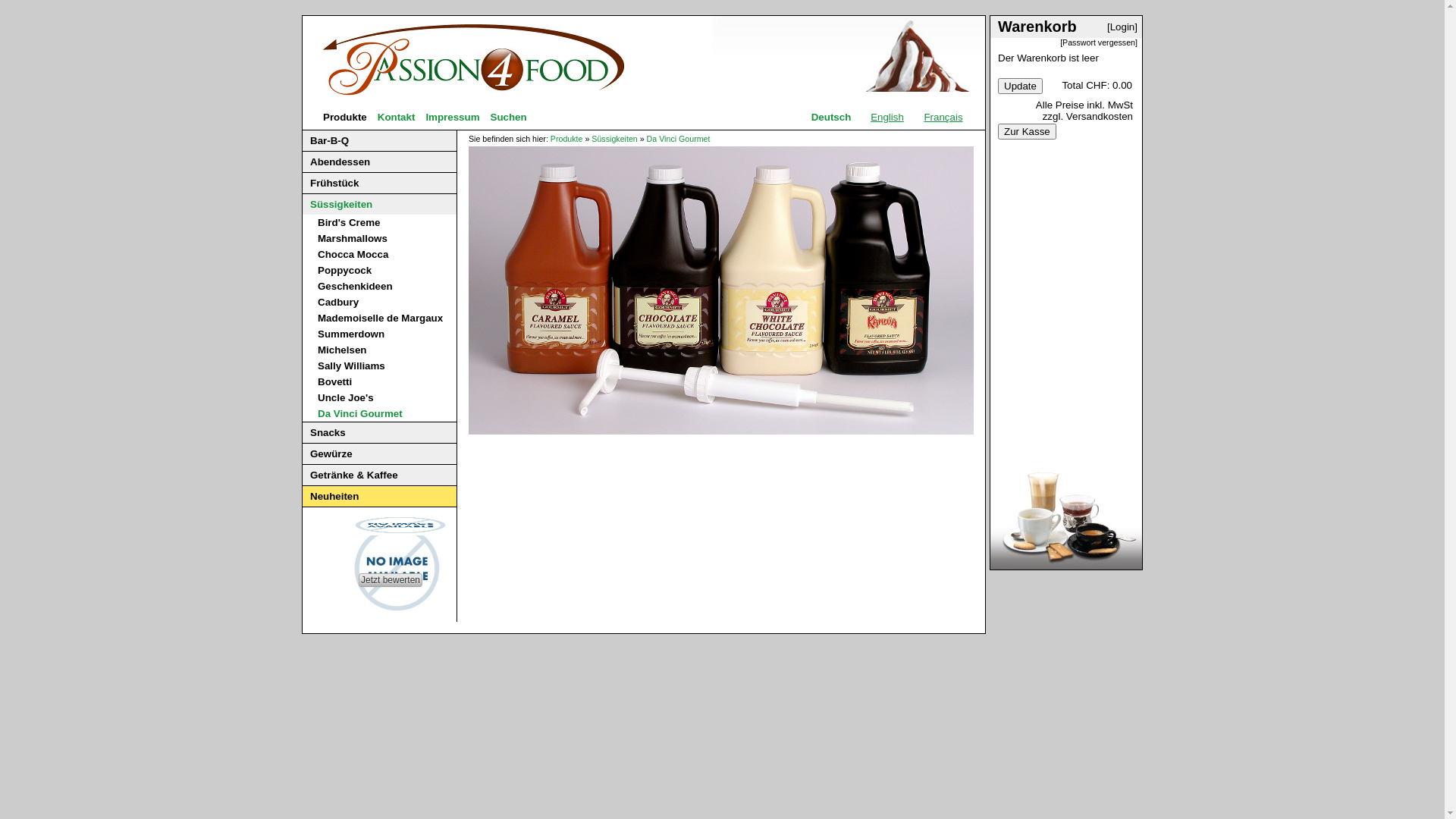 The width and height of the screenshot is (1456, 819). Describe the element at coordinates (352, 238) in the screenshot. I see `'Marshmallows'` at that location.